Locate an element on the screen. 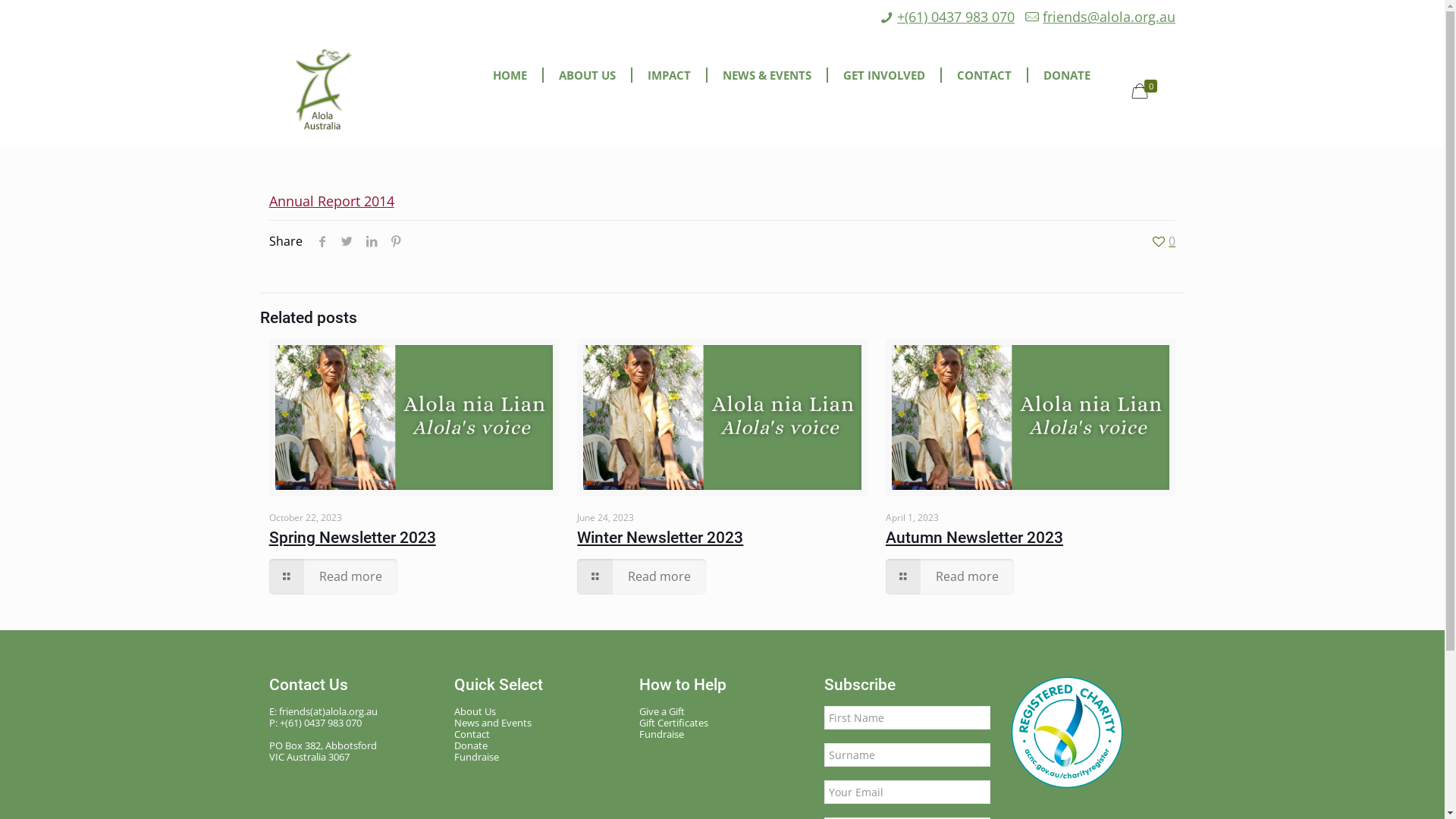  '0' is located at coordinates (1147, 90).